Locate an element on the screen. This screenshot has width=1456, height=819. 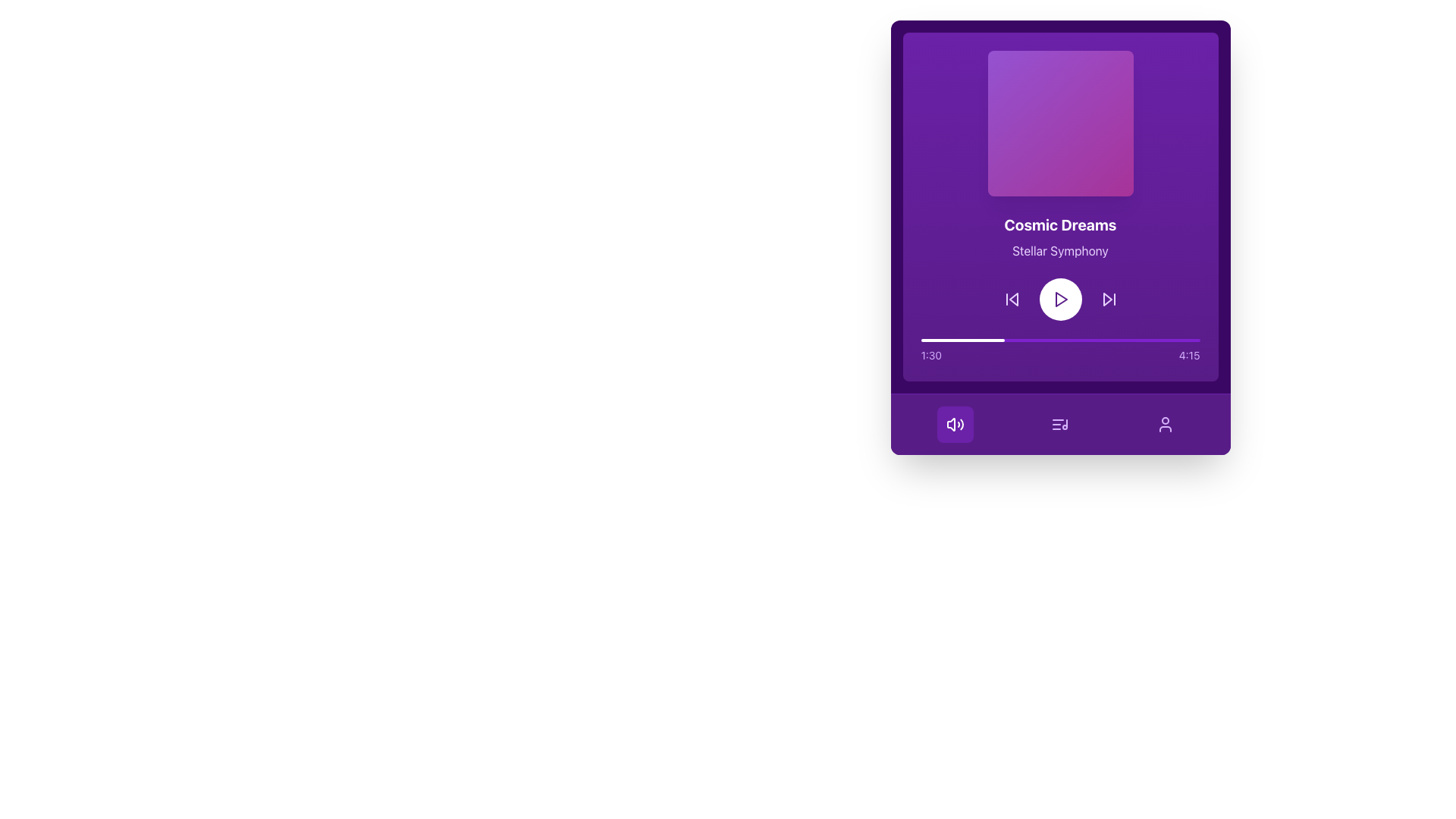
the icon resembling a simplified human figure, located in the bottom row of the interface on the rightmost end is located at coordinates (1165, 424).